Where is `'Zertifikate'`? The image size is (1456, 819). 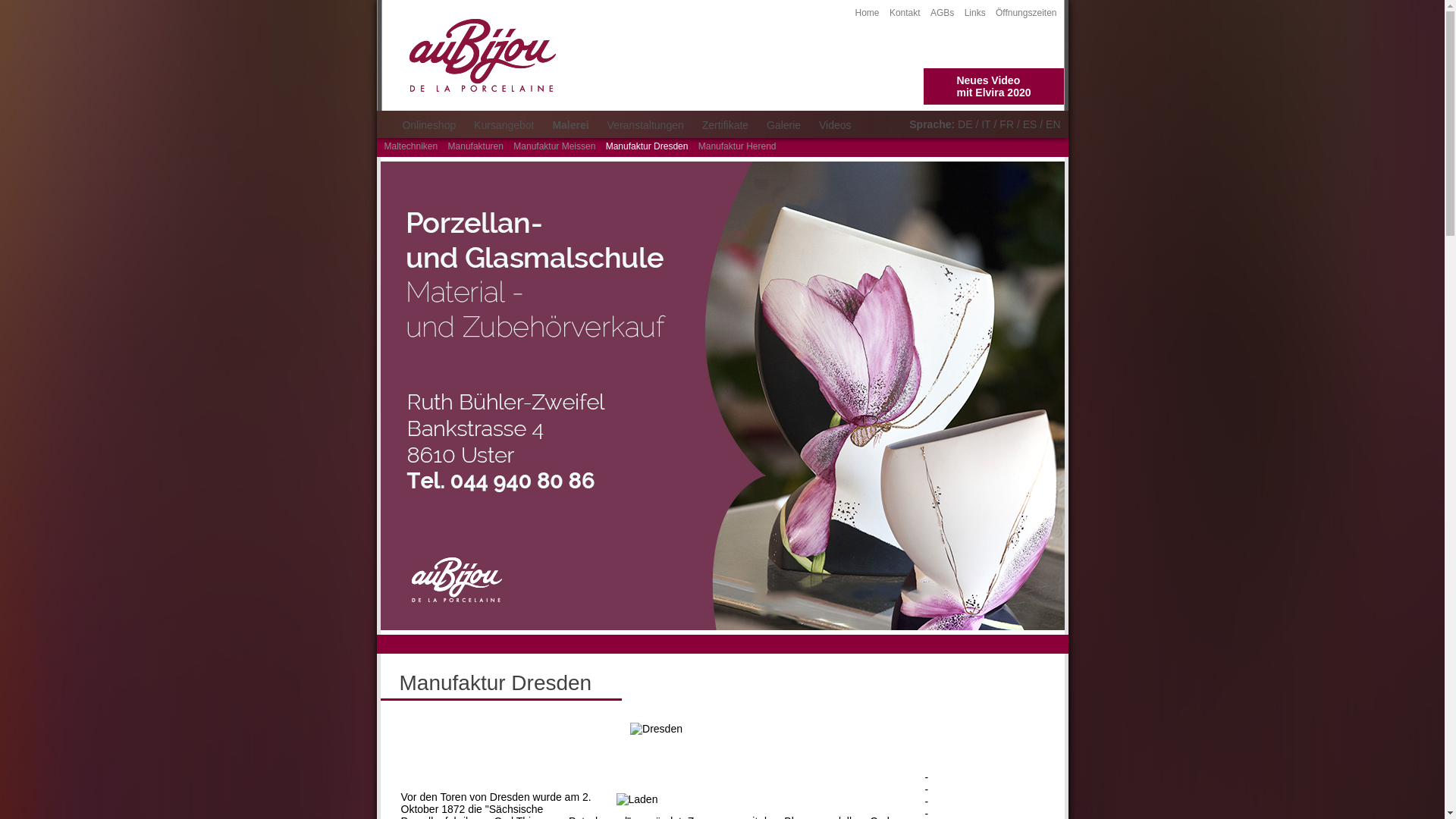
'Zertifikate' is located at coordinates (724, 124).